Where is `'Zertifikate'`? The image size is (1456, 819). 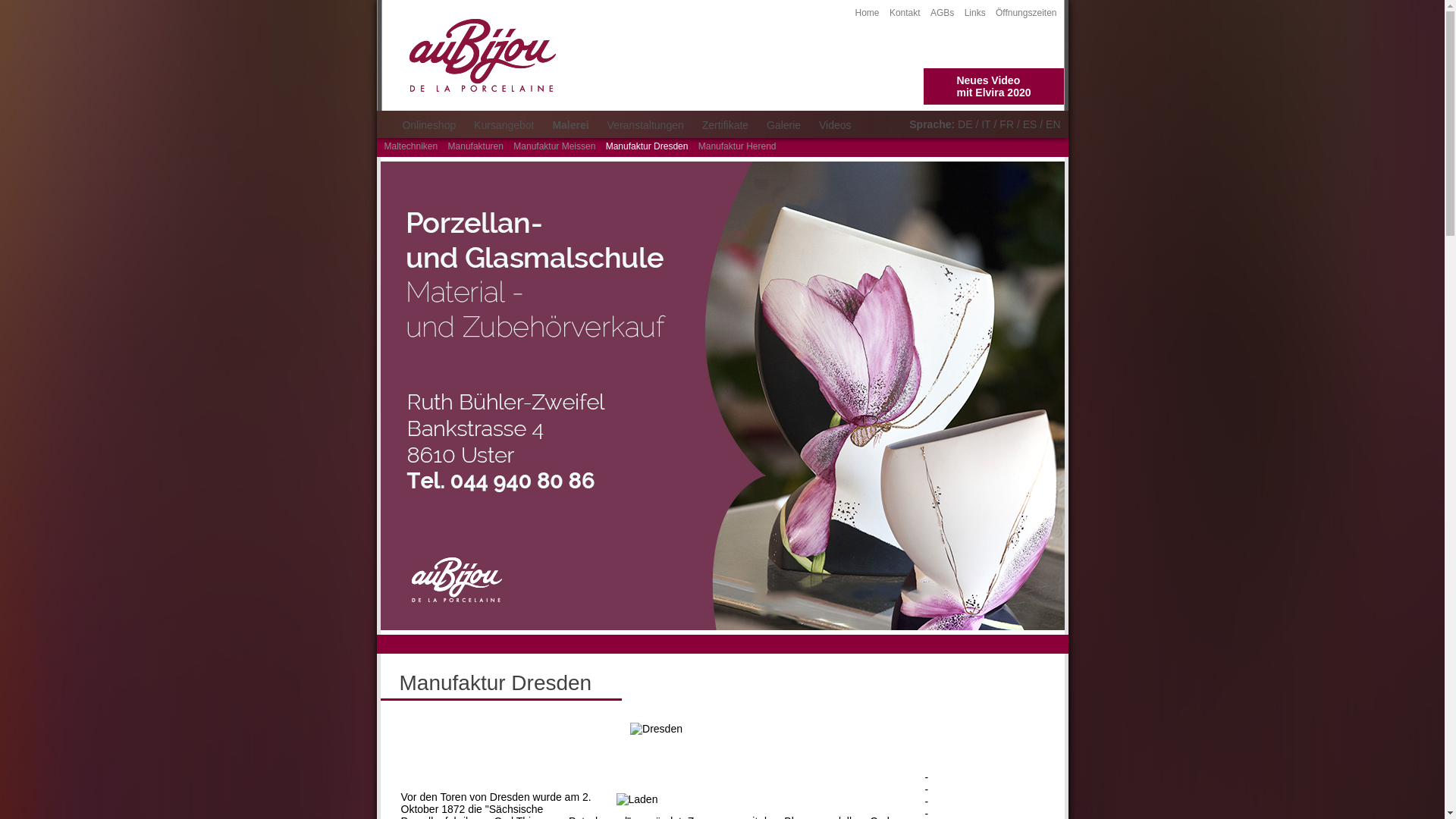
'Zertifikate' is located at coordinates (724, 124).